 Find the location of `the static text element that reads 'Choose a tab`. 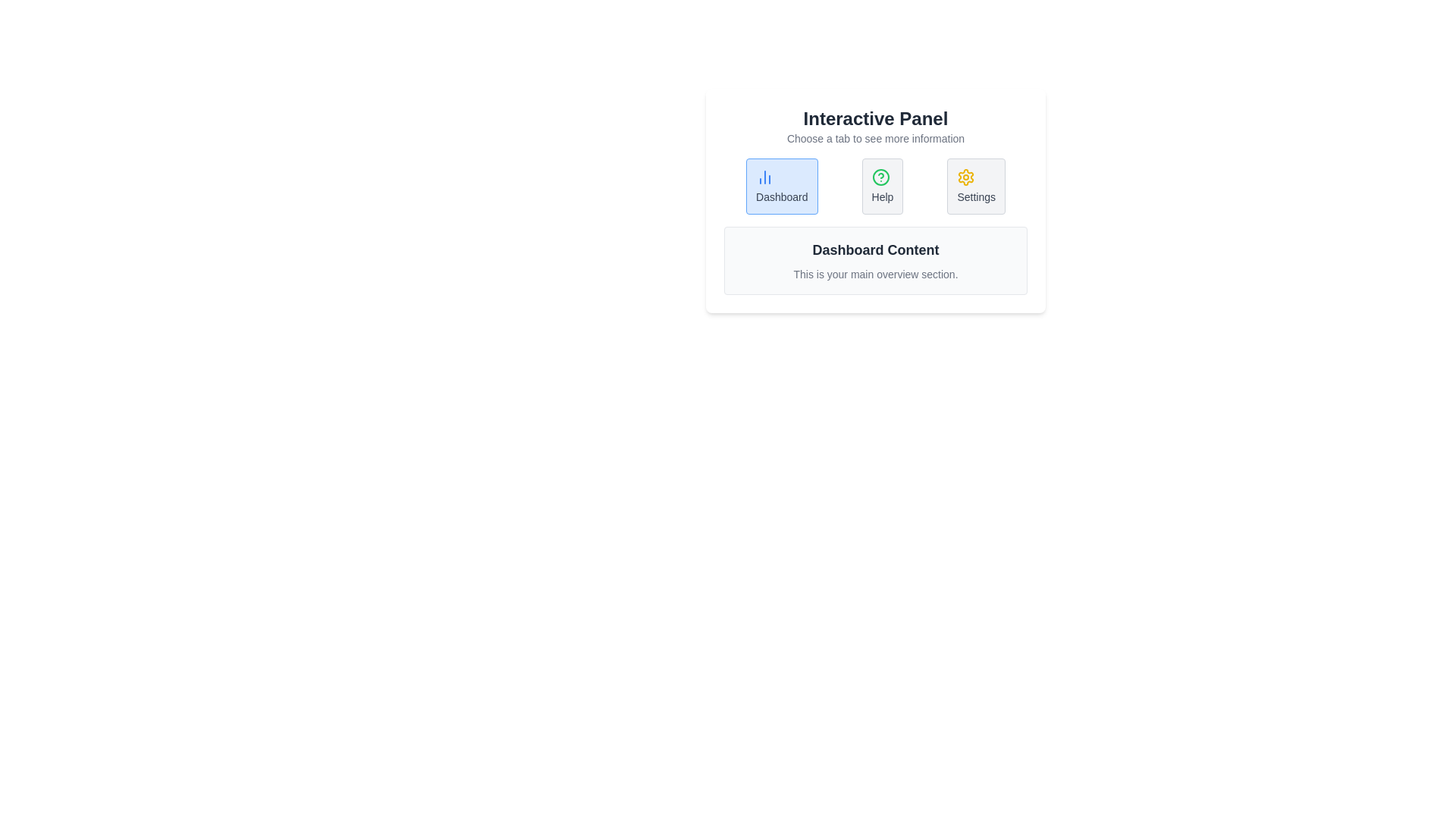

the static text element that reads 'Choose a tab is located at coordinates (876, 138).